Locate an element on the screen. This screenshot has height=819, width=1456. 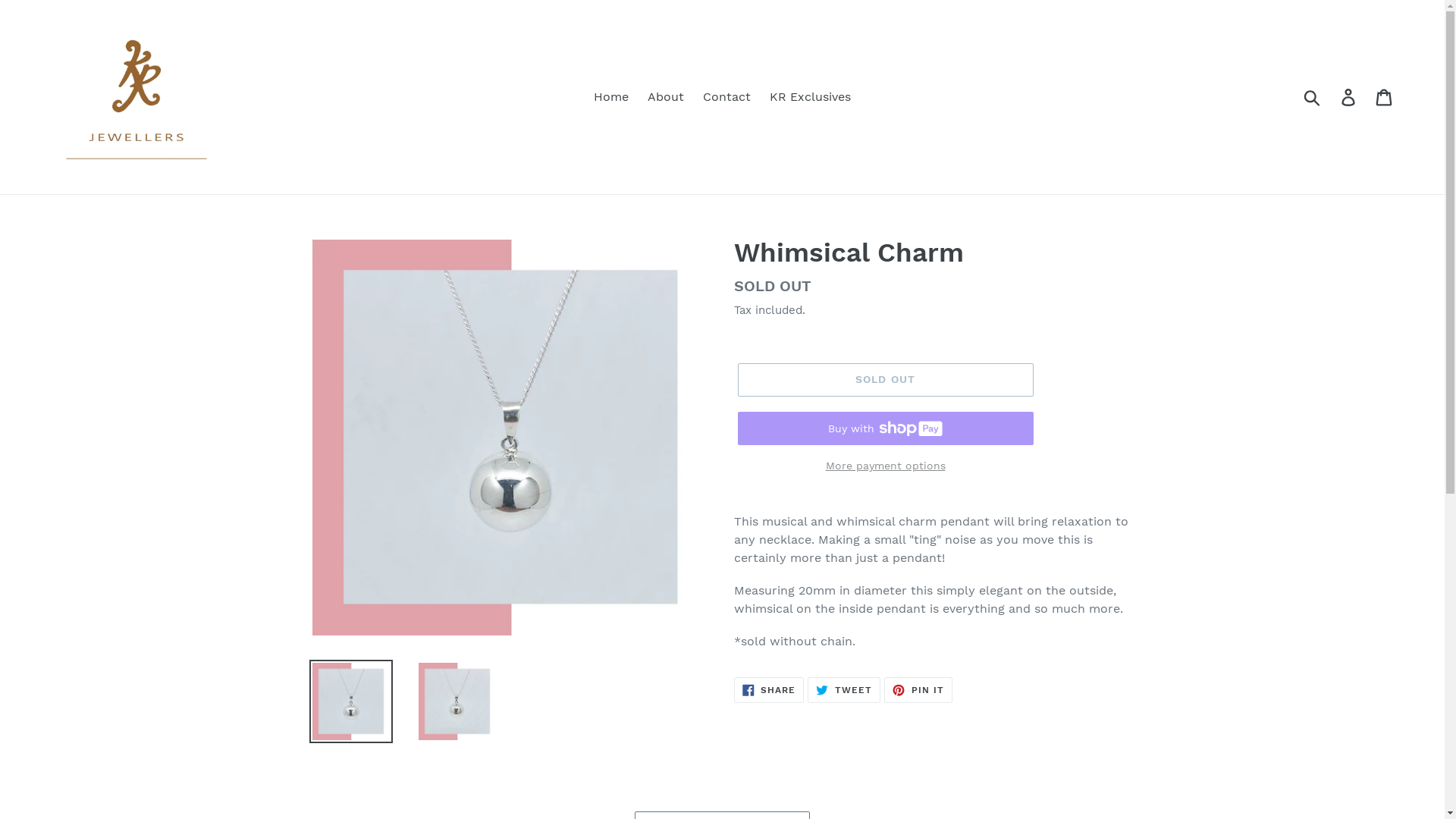
'About' is located at coordinates (640, 96).